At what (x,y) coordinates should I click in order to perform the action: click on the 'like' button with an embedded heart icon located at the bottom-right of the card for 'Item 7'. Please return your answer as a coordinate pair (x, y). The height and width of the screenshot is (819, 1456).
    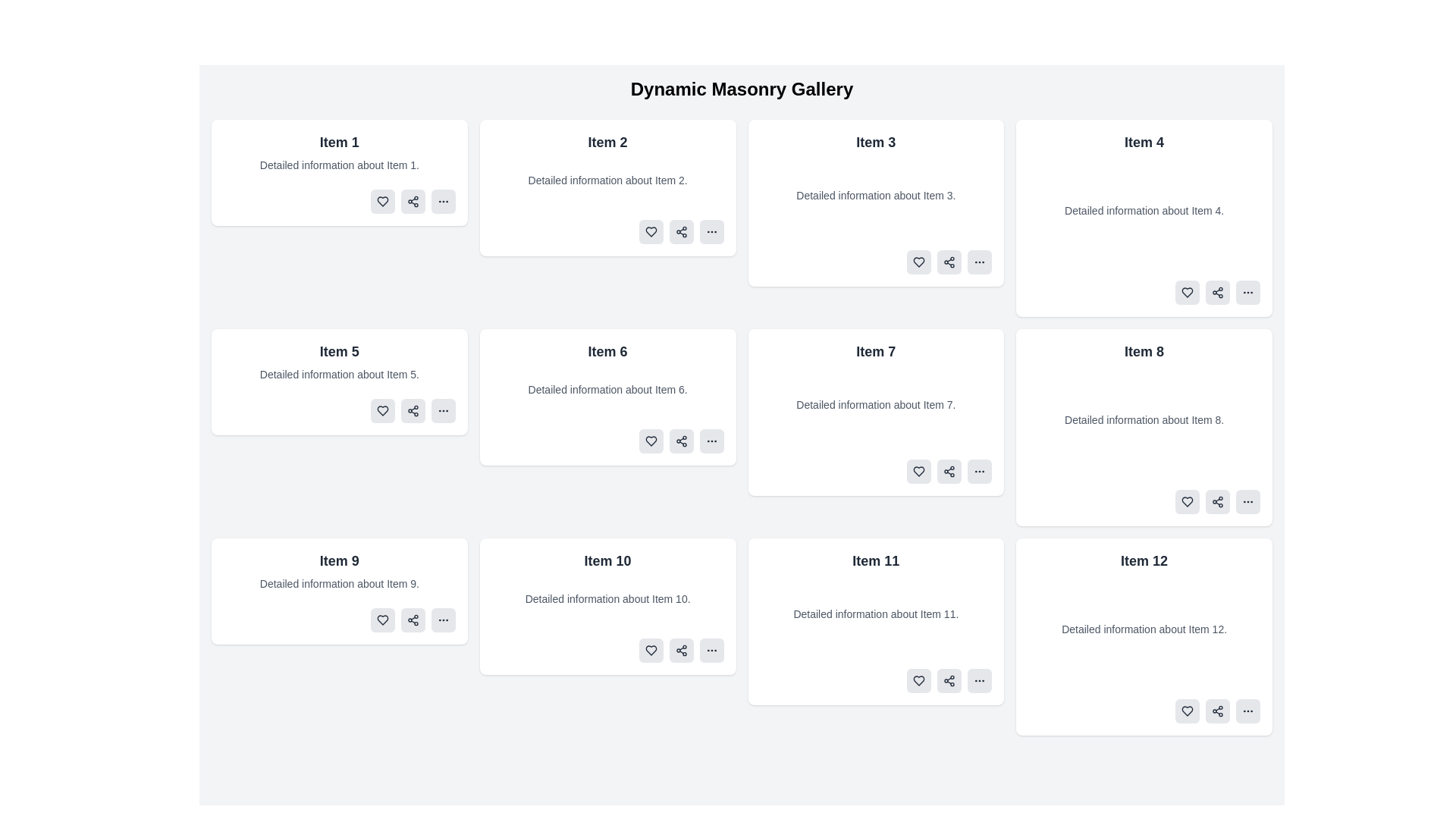
    Looking at the image, I should click on (918, 470).